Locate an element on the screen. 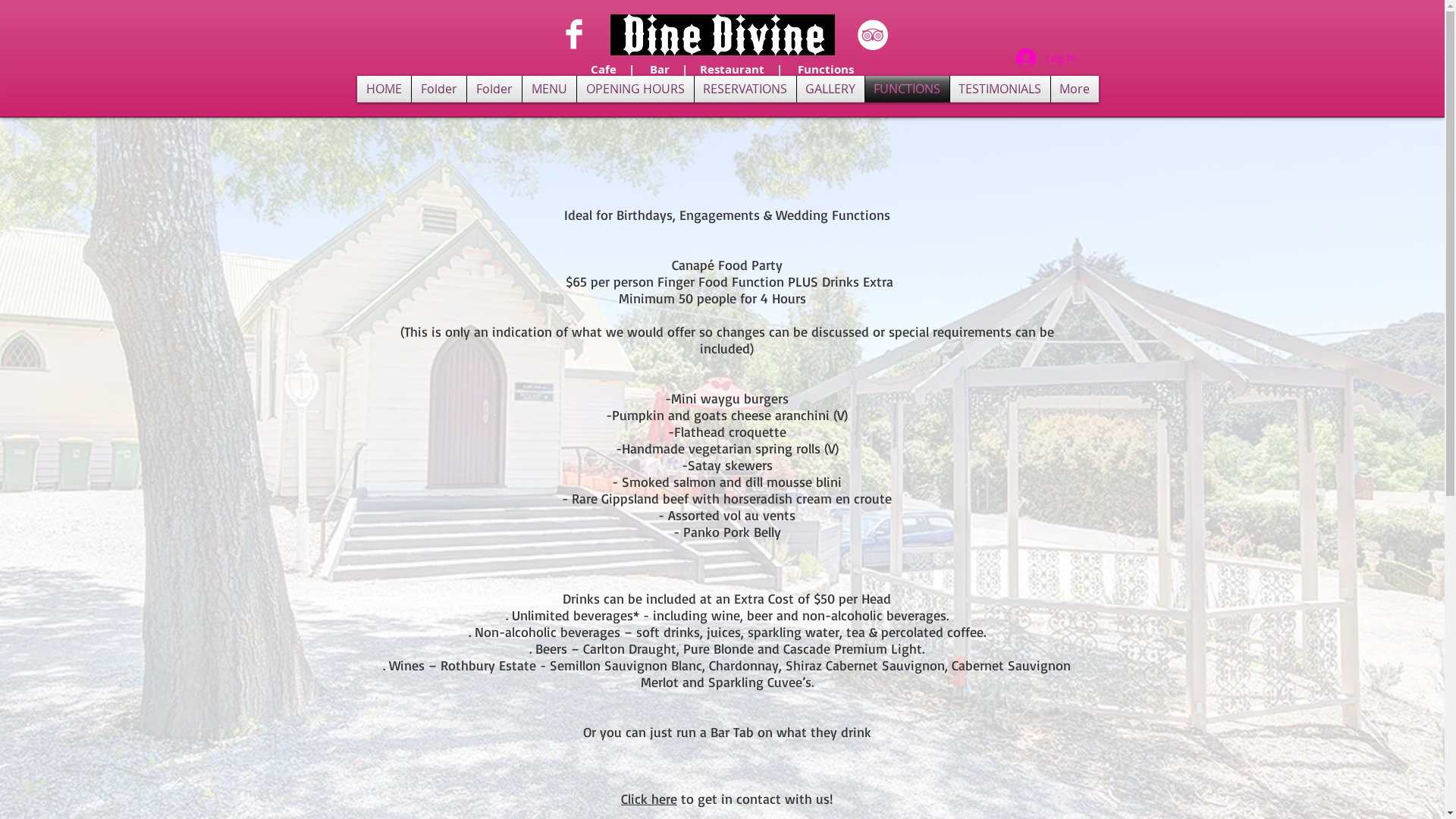  'GALLERY' is located at coordinates (829, 89).